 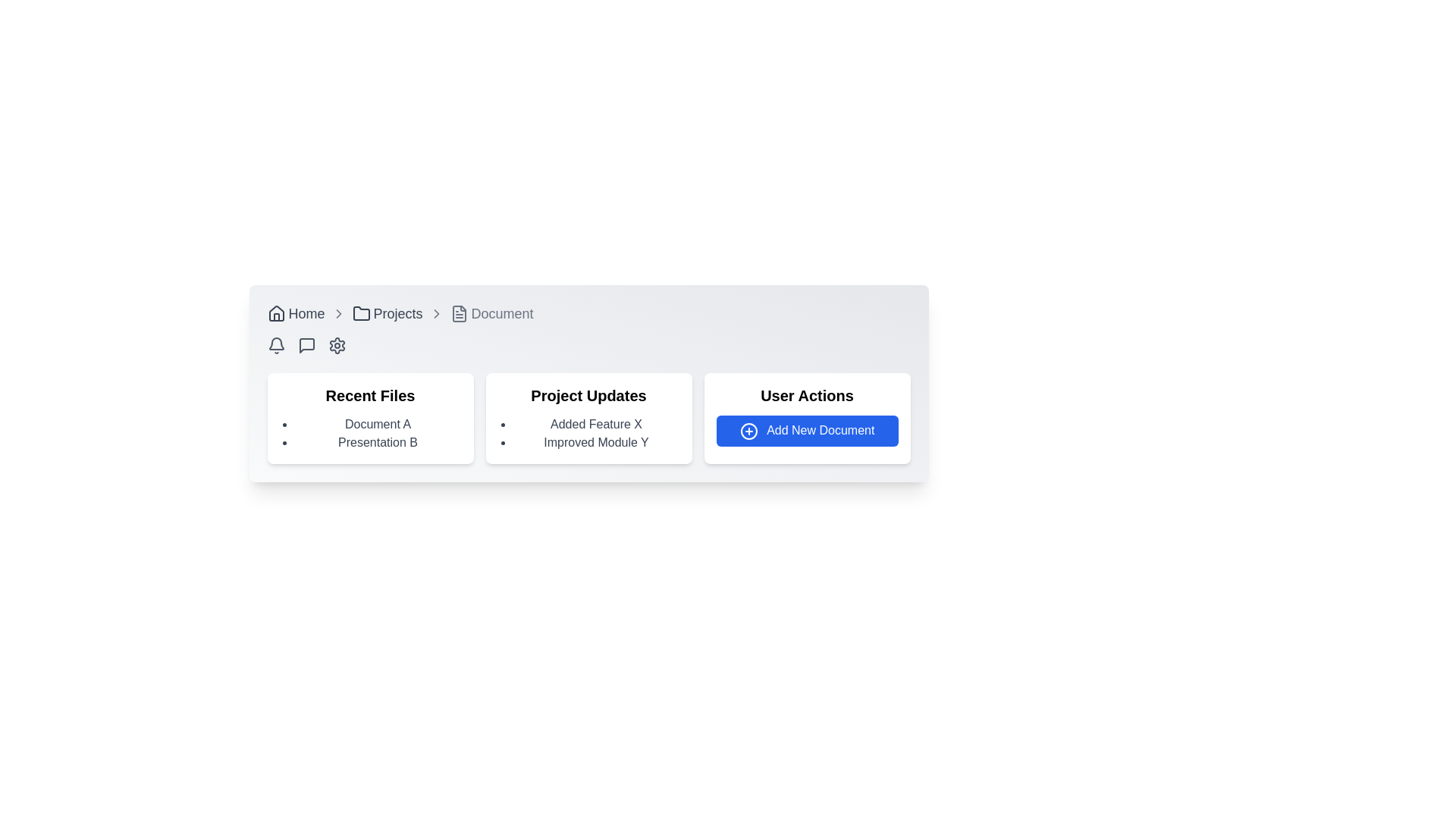 What do you see at coordinates (337, 312) in the screenshot?
I see `the third chevron icon in the breadcrumb navigation bar, which visually separates 'Projects' and 'Document'` at bounding box center [337, 312].